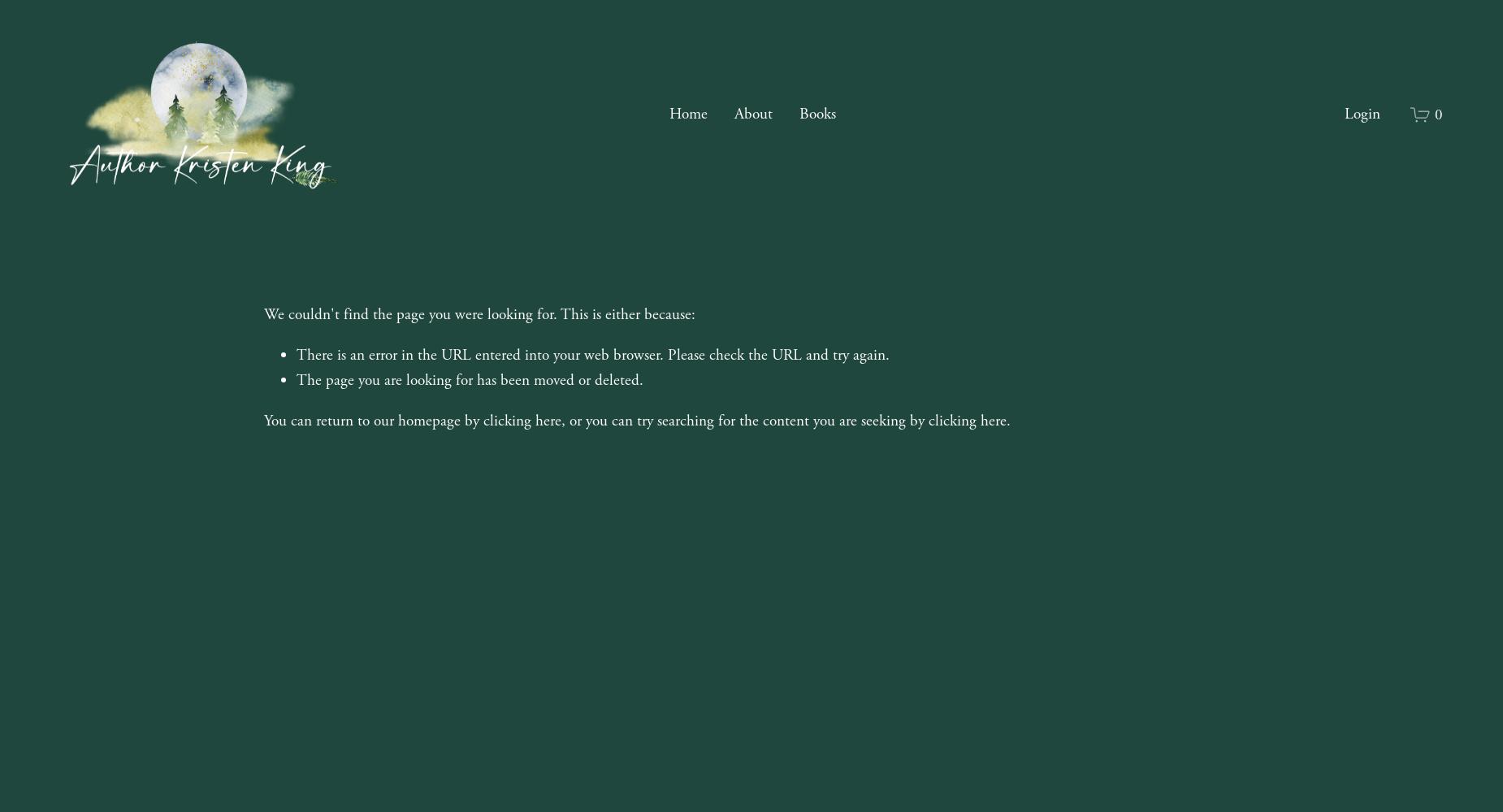 This screenshot has width=1503, height=812. What do you see at coordinates (372, 420) in the screenshot?
I see `'You can return to our homepage by'` at bounding box center [372, 420].